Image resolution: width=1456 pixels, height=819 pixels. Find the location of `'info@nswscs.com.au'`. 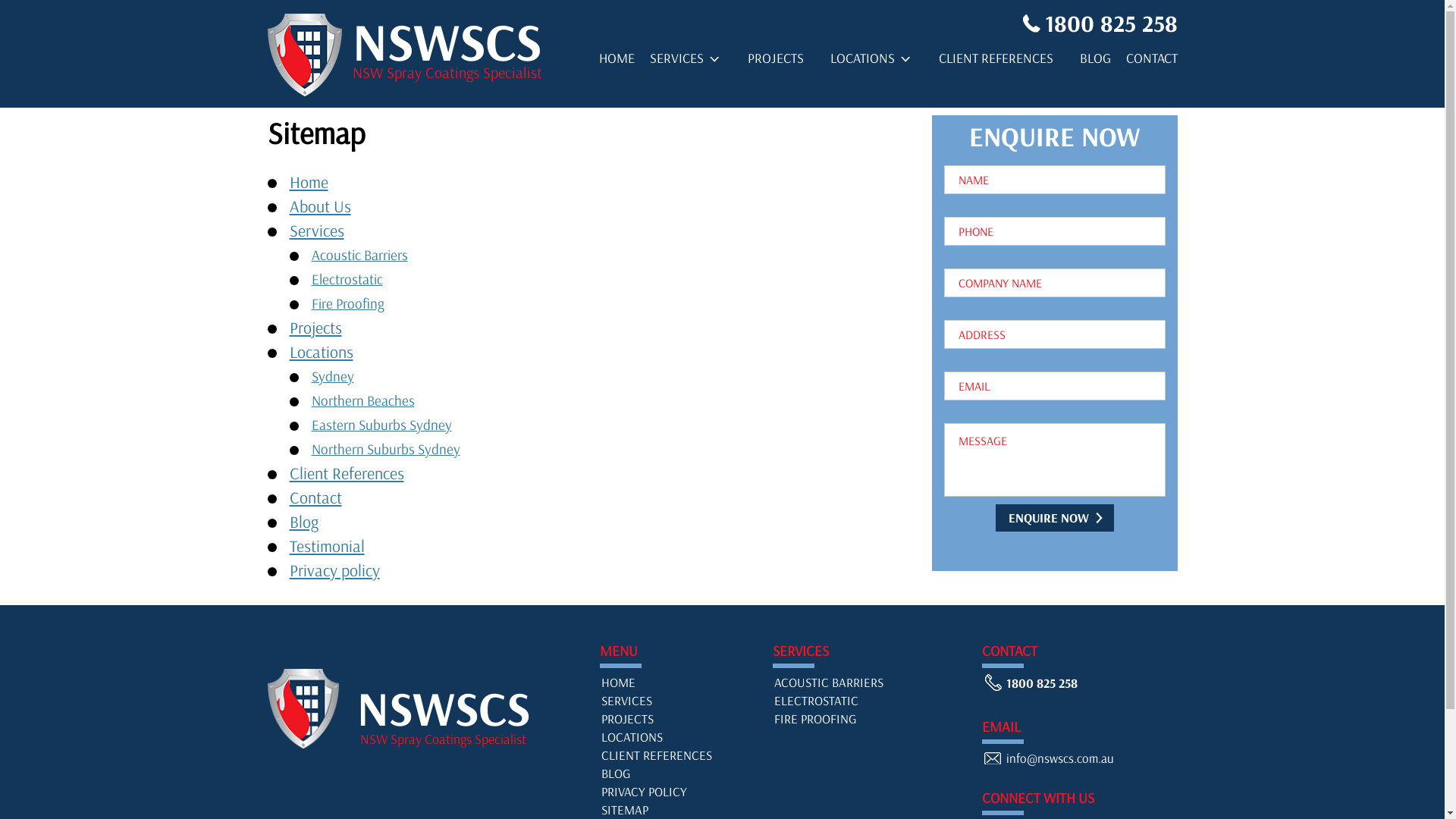

'info@nswscs.com.au' is located at coordinates (983, 759).